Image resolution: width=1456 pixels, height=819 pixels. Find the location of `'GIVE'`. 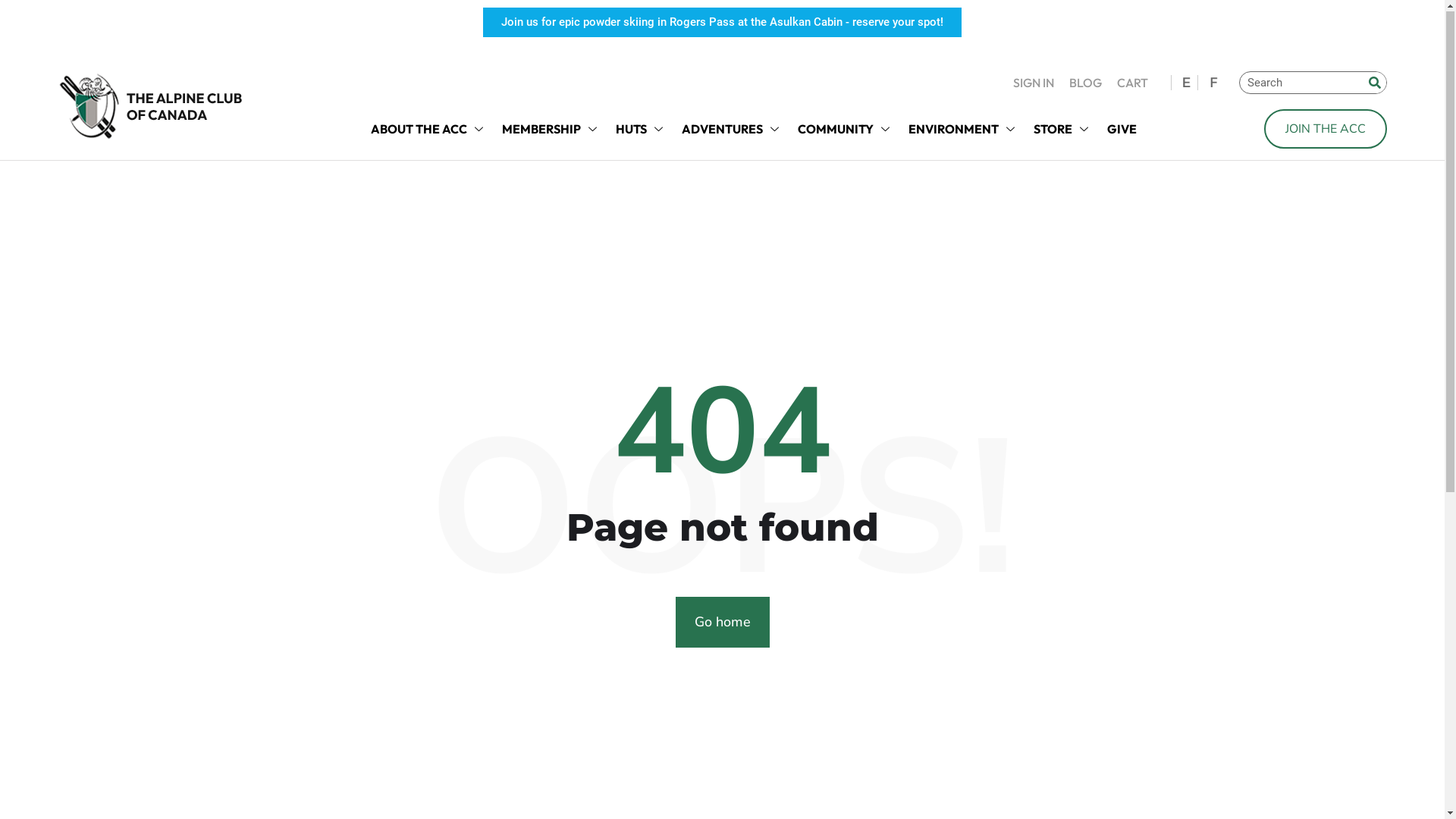

'GIVE' is located at coordinates (1122, 129).